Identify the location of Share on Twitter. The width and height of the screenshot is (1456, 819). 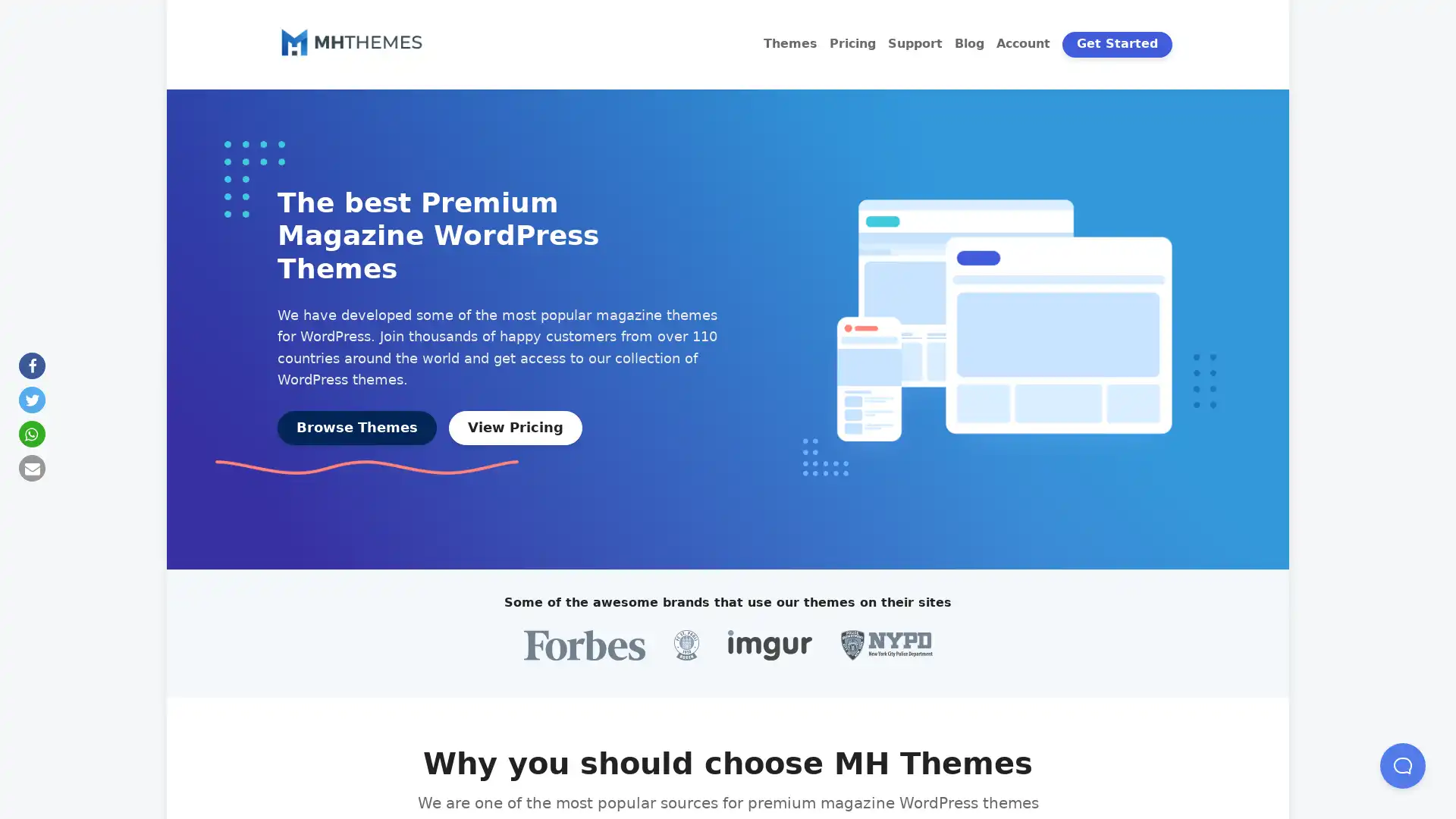
(32, 399).